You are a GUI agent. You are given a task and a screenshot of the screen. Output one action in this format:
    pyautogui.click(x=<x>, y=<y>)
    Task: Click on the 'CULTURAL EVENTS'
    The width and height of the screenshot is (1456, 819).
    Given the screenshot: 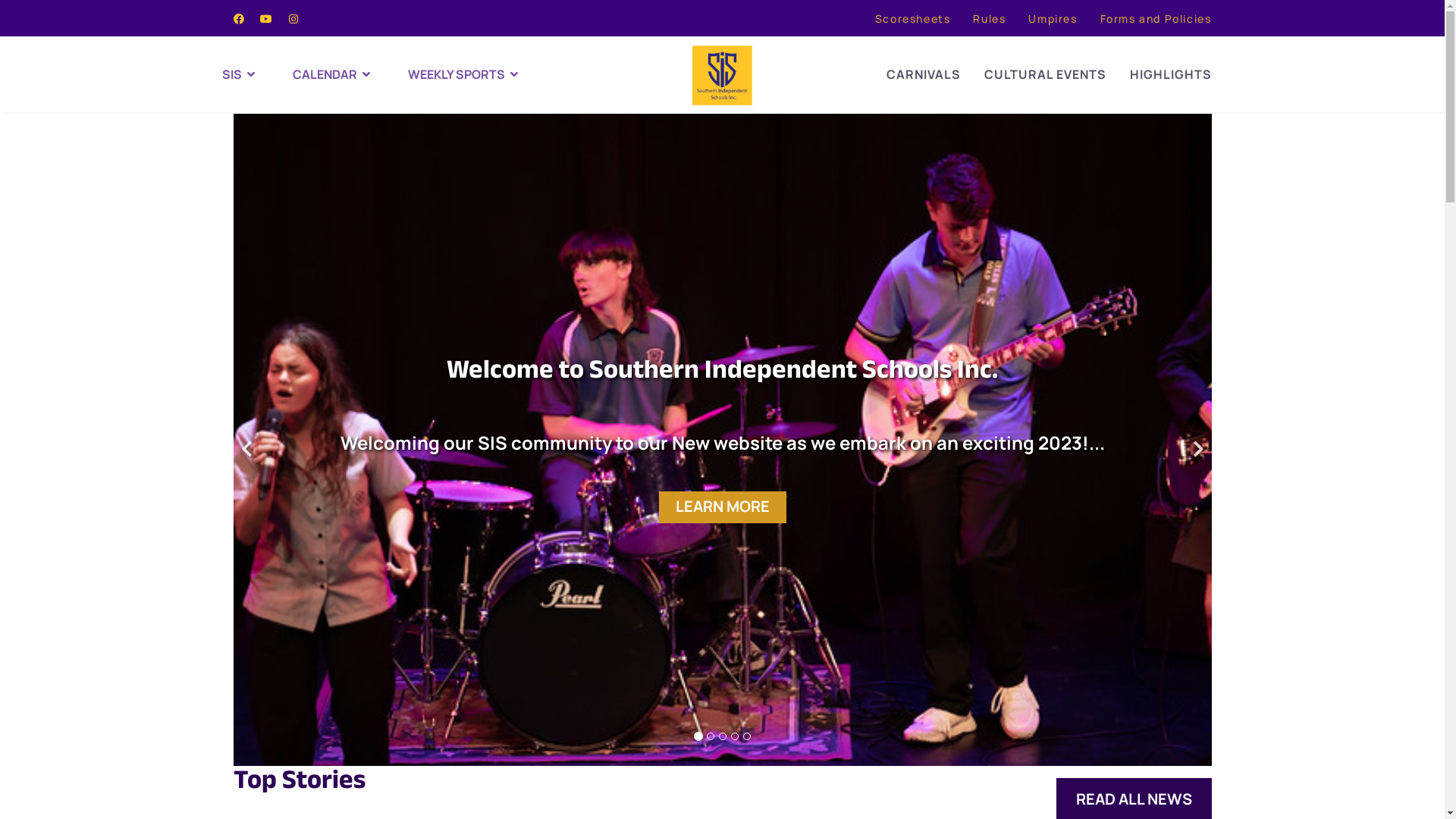 What is the action you would take?
    pyautogui.click(x=1044, y=74)
    